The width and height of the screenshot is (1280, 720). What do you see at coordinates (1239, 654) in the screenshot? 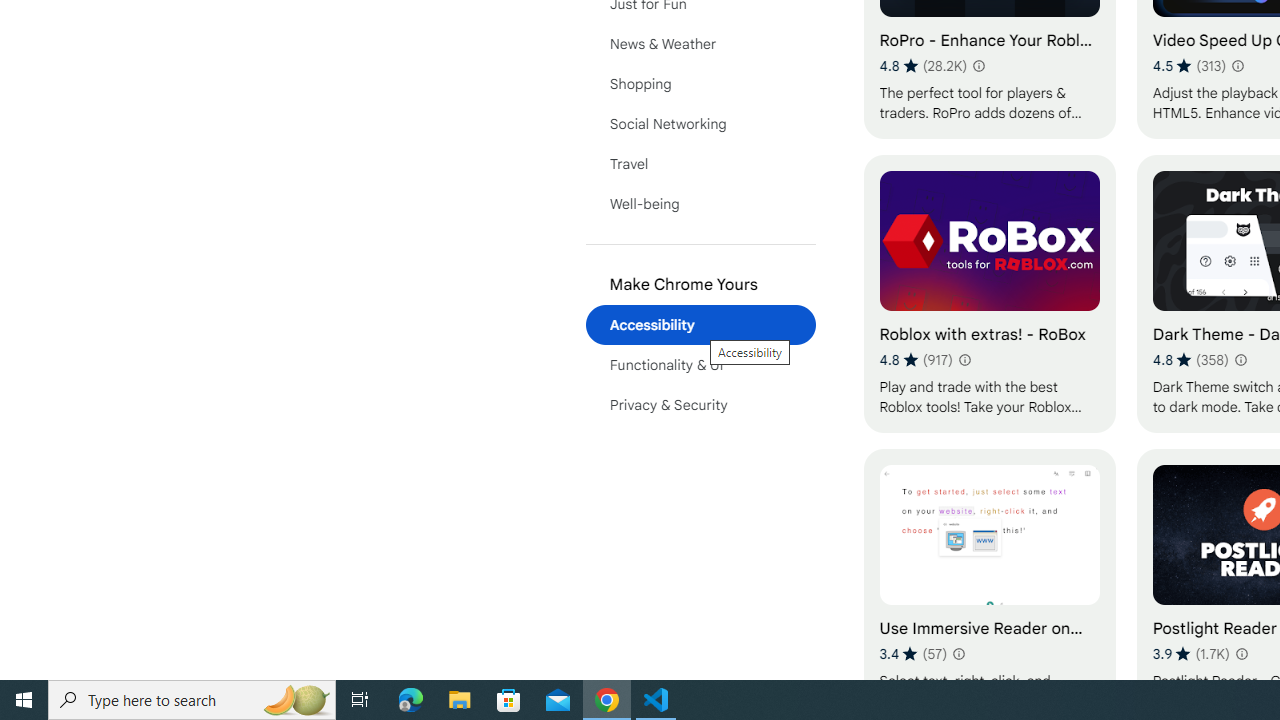
I see `'Learn more about results and reviews "Postlight Reader"'` at bounding box center [1239, 654].